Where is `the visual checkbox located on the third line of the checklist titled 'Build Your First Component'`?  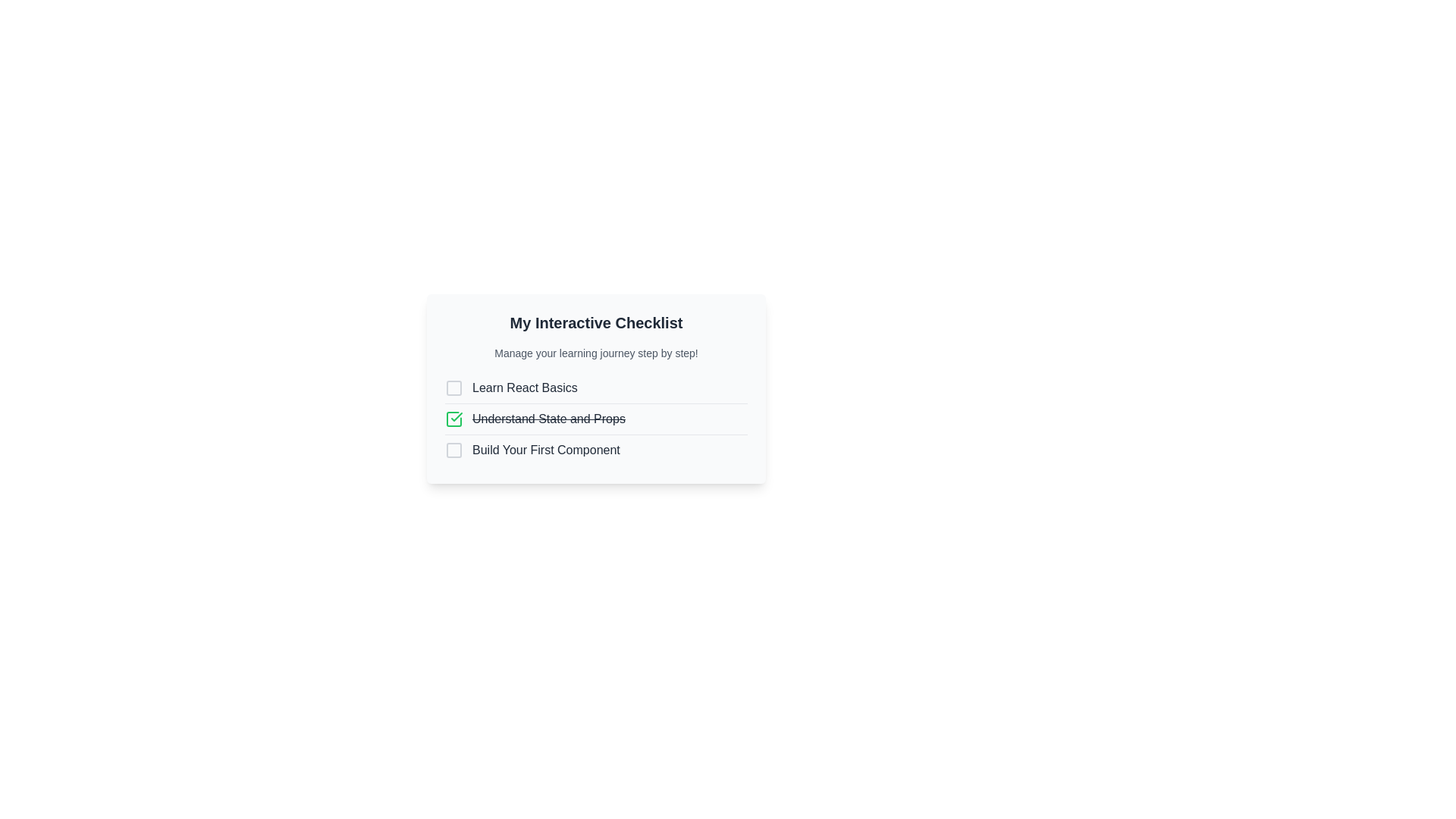 the visual checkbox located on the third line of the checklist titled 'Build Your First Component' is located at coordinates (453, 450).